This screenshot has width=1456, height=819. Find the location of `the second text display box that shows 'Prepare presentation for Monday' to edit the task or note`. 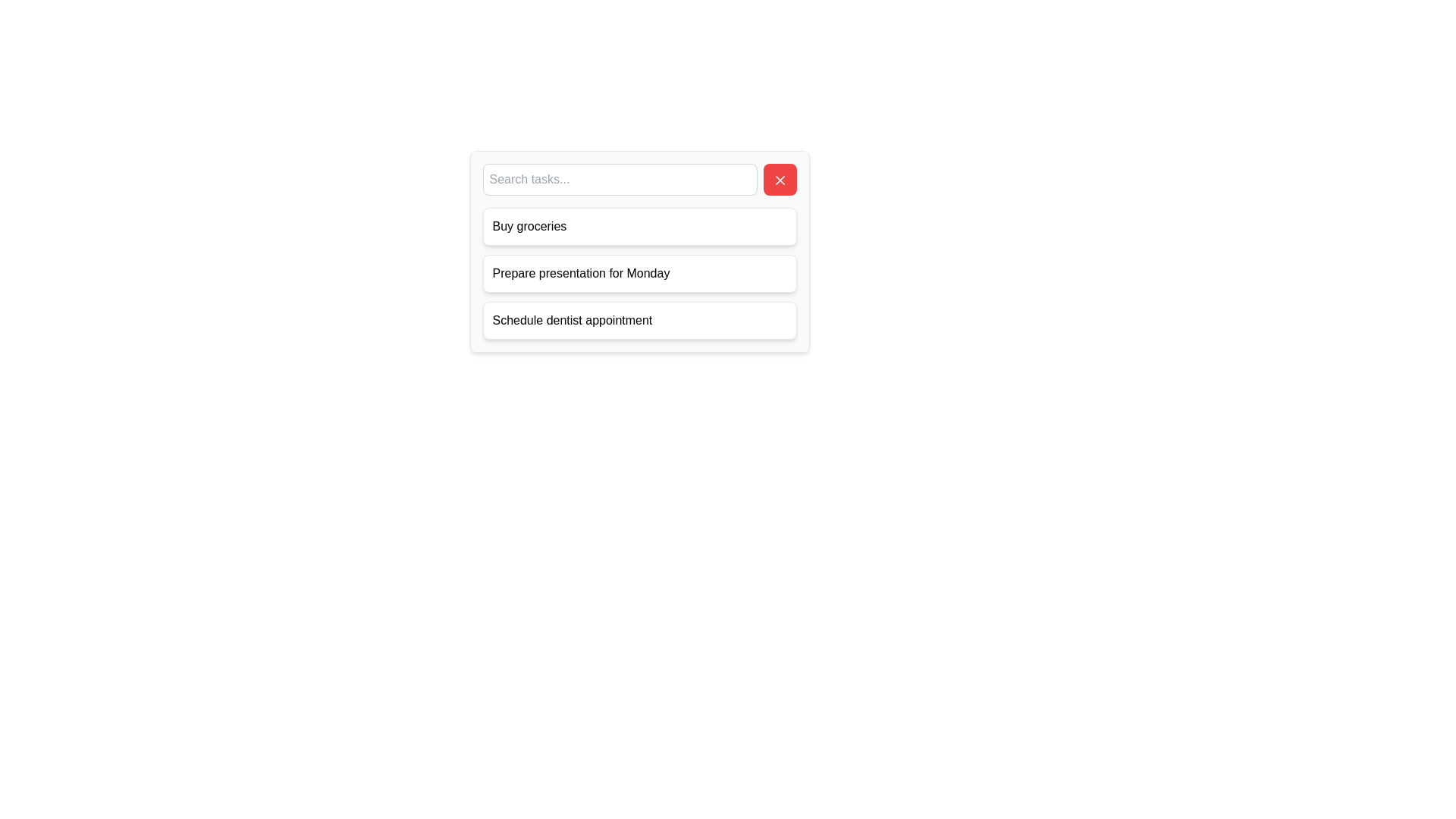

the second text display box that shows 'Prepare presentation for Monday' to edit the task or note is located at coordinates (639, 250).